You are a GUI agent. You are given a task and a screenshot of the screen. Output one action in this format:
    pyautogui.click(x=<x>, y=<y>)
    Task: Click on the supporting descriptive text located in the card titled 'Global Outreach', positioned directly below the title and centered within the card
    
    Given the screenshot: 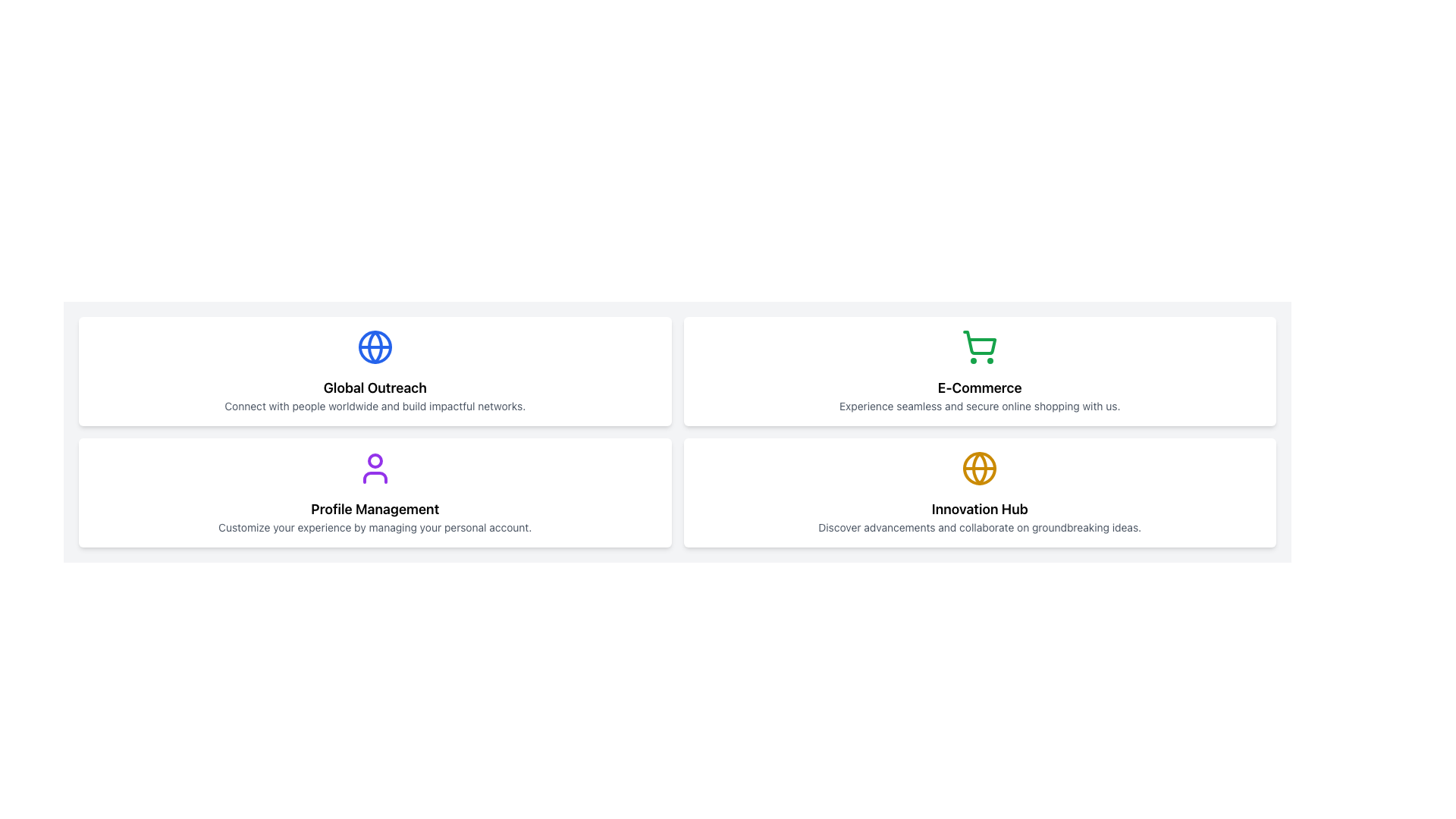 What is the action you would take?
    pyautogui.click(x=375, y=406)
    